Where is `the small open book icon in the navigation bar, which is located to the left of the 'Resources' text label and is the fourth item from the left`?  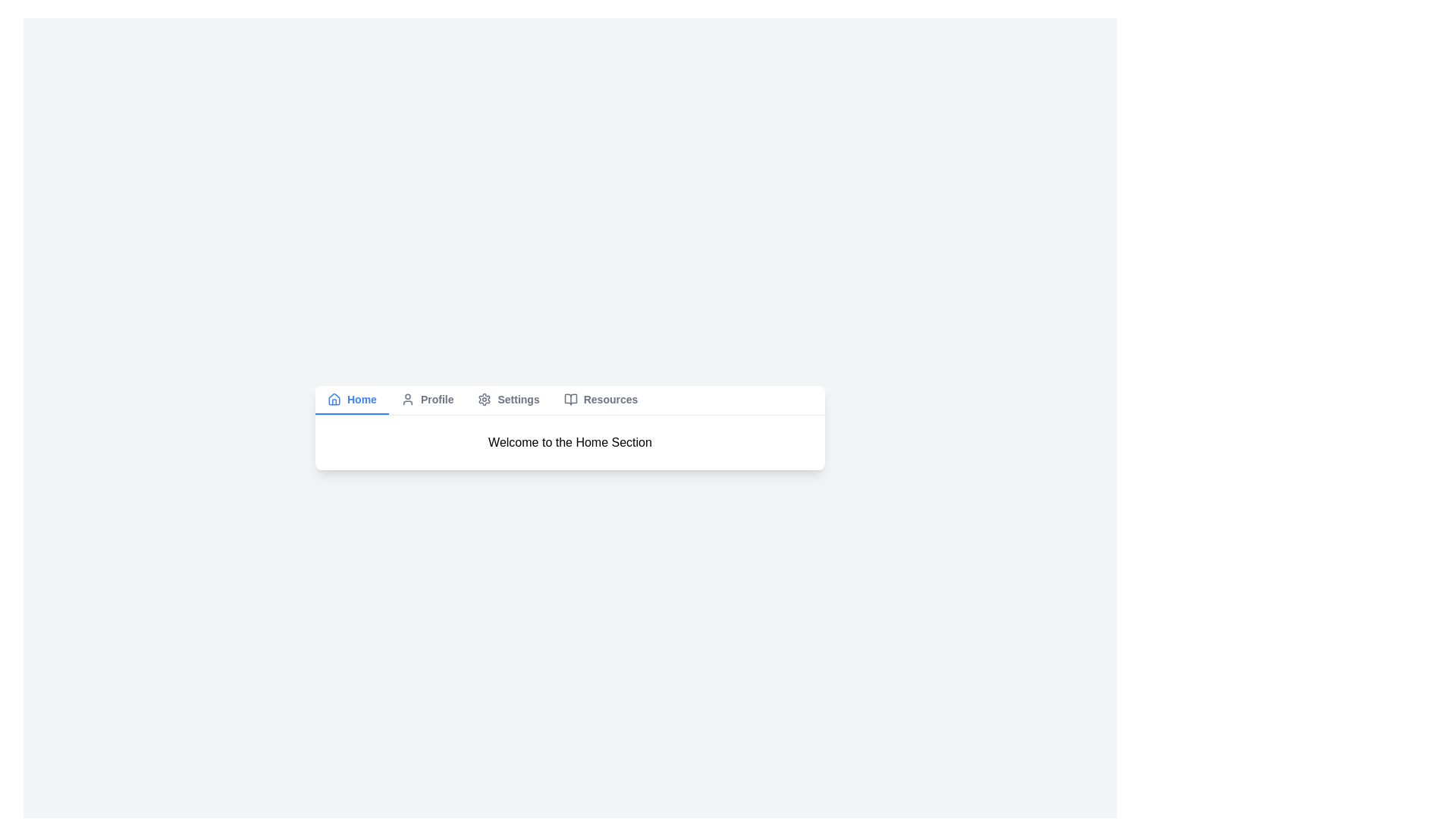
the small open book icon in the navigation bar, which is located to the left of the 'Resources' text label and is the fourth item from the left is located at coordinates (570, 398).